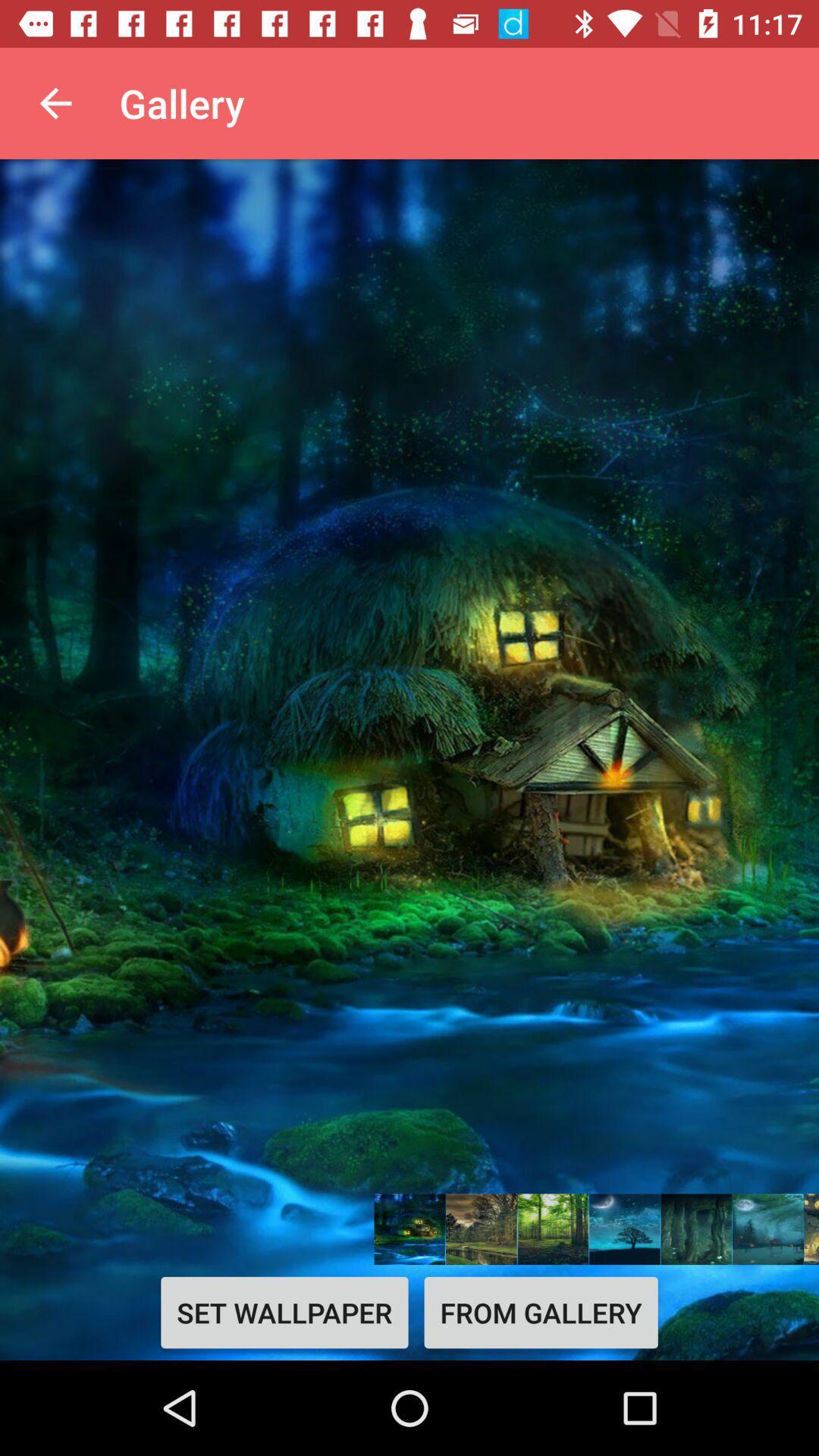  What do you see at coordinates (55, 102) in the screenshot?
I see `the item to the left of gallery app` at bounding box center [55, 102].